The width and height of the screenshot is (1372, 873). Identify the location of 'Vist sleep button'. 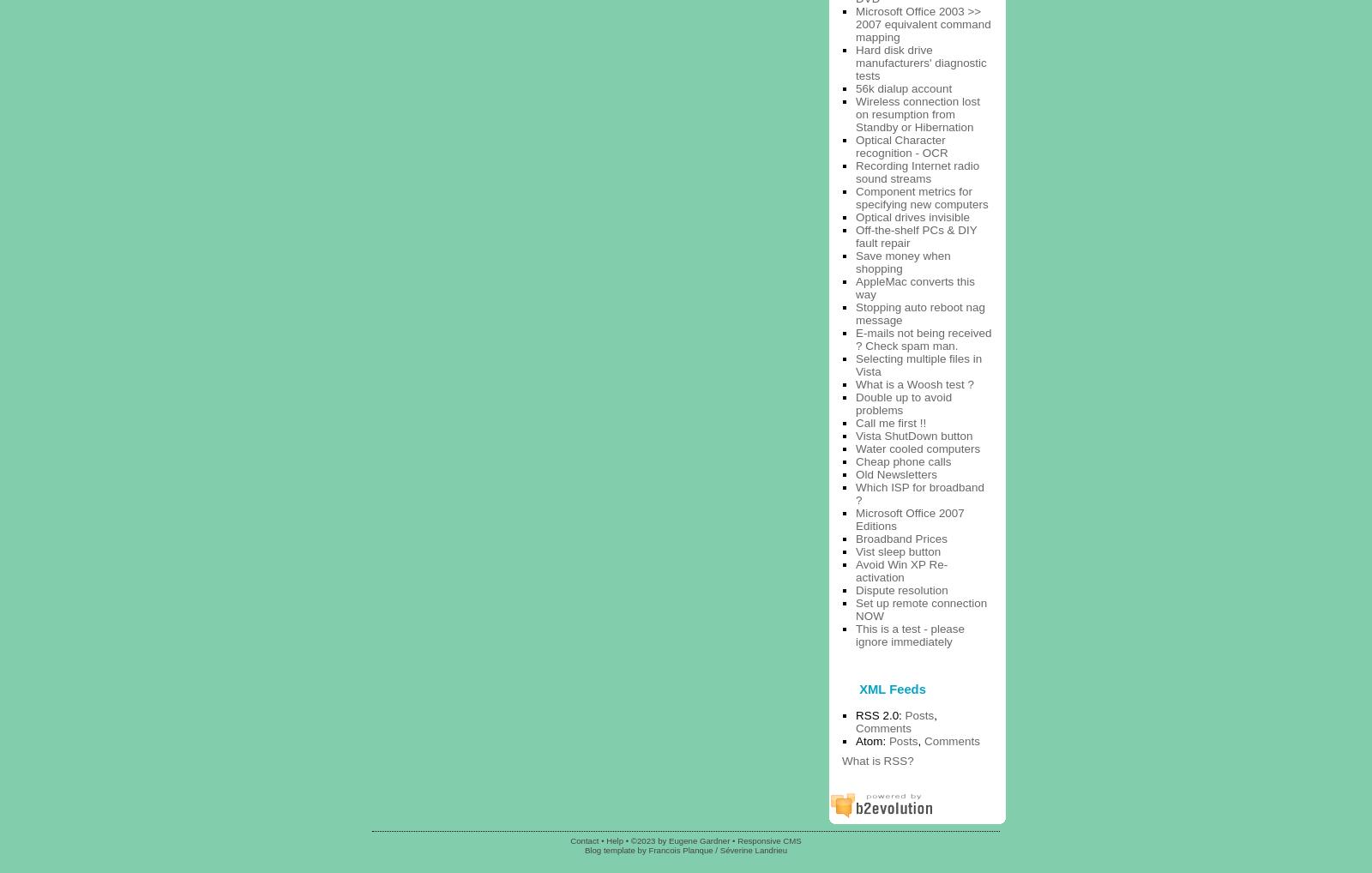
(898, 550).